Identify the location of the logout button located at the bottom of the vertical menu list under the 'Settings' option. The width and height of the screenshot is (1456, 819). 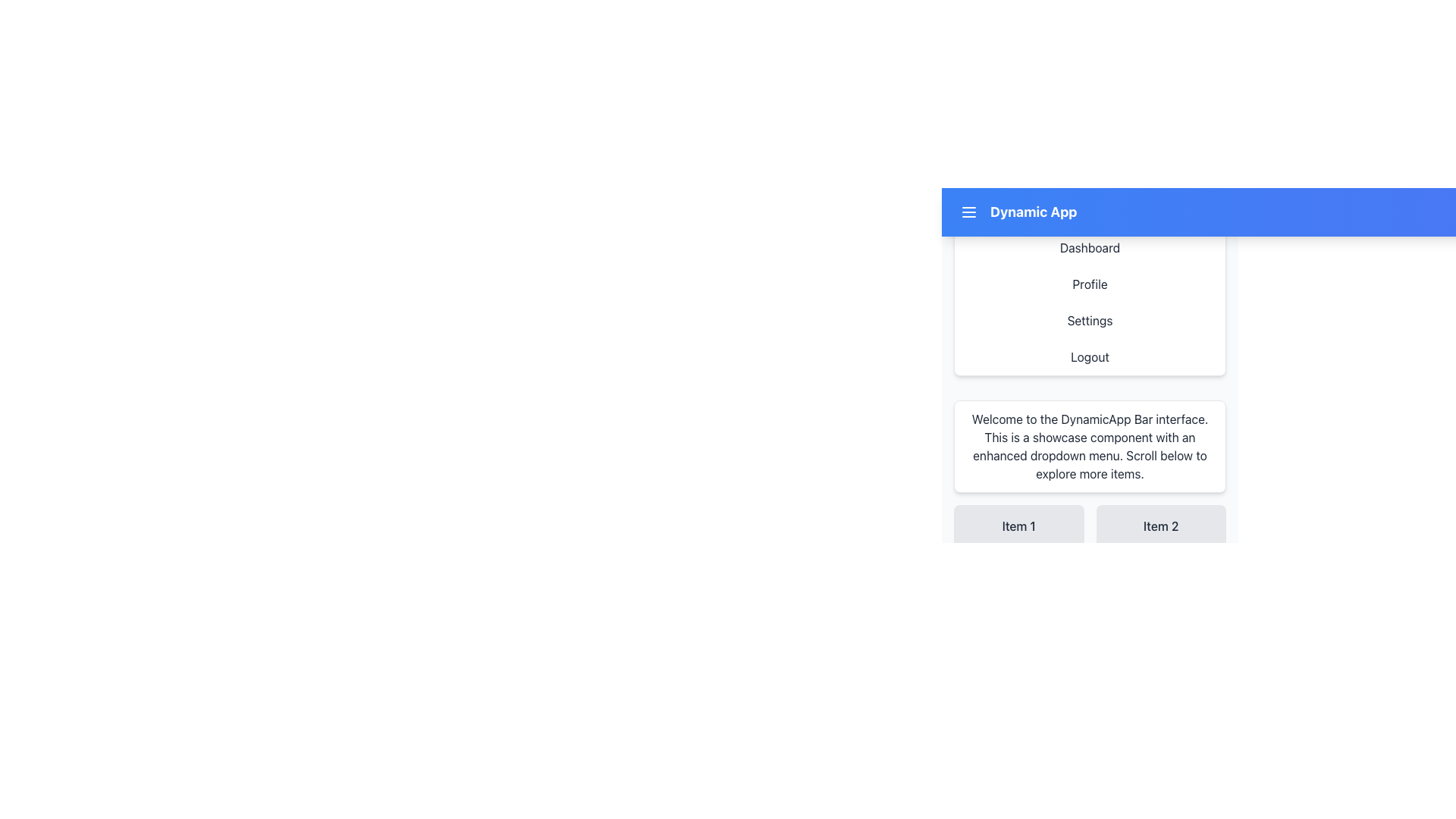
(1089, 356).